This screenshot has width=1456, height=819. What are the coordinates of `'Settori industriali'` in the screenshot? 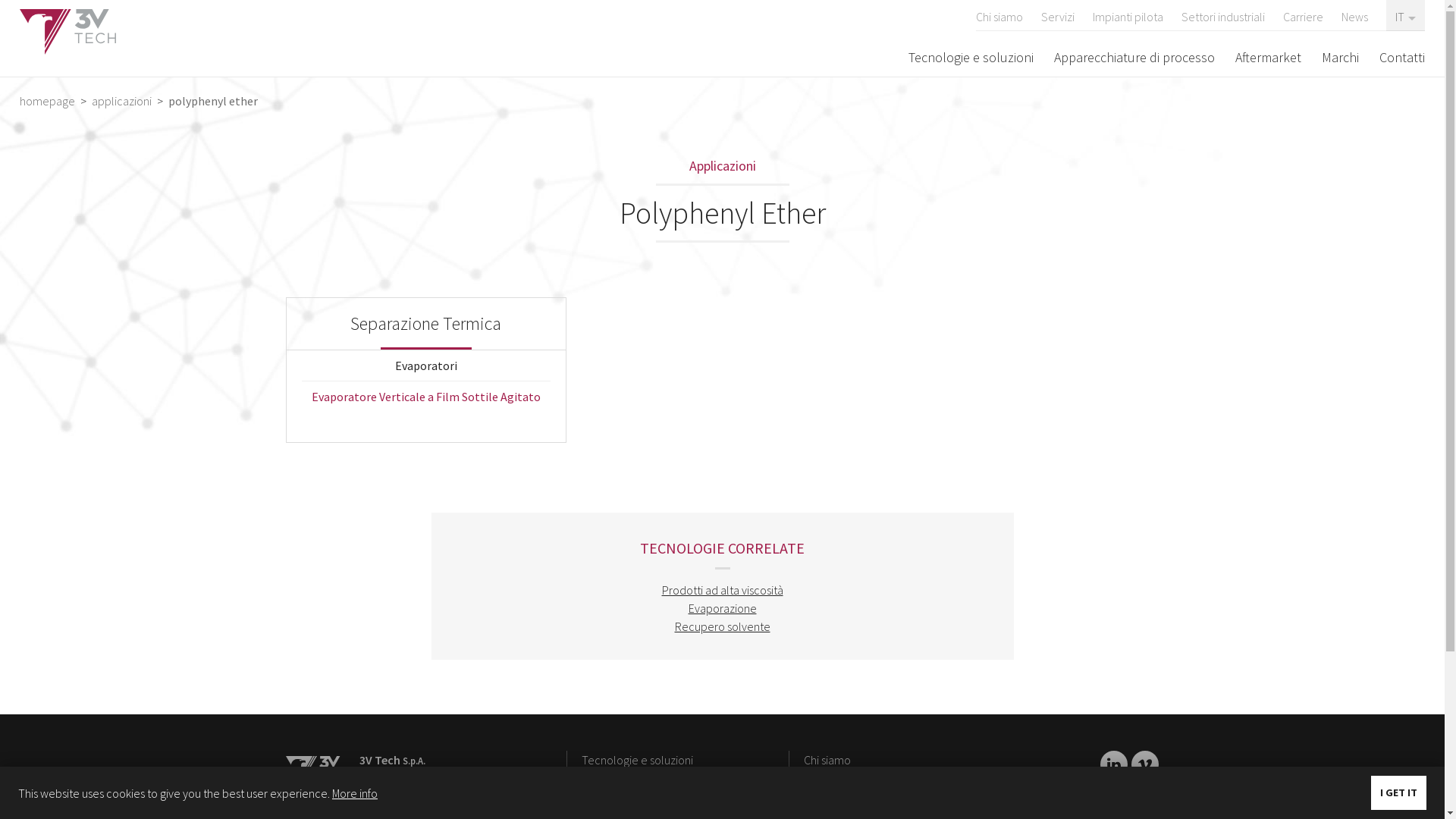 It's located at (1222, 14).